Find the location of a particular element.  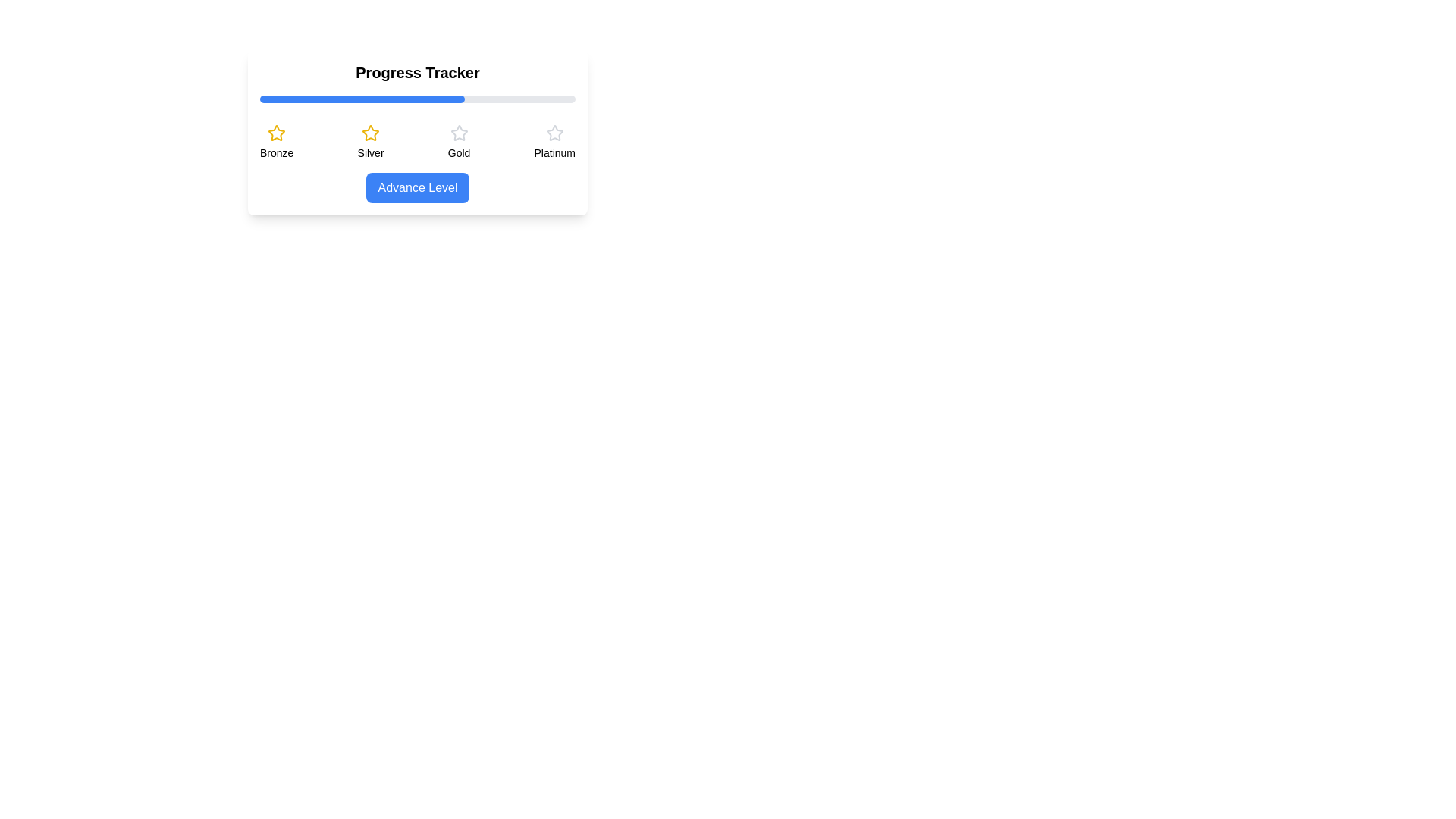

the 'Bronze' level text label that identifies the progress tracking system's bronze status, positioned under the yellow star icon is located at coordinates (277, 152).